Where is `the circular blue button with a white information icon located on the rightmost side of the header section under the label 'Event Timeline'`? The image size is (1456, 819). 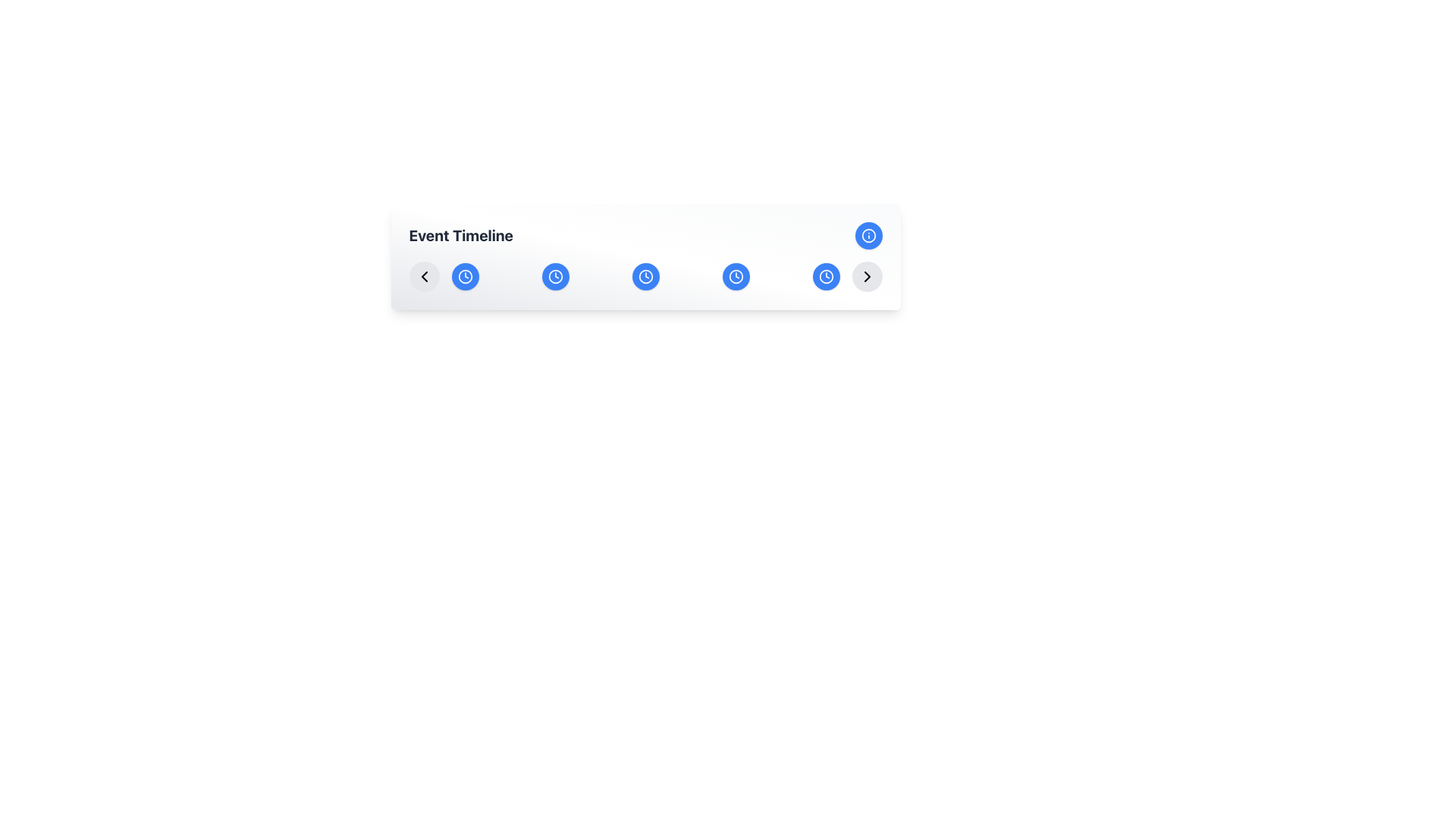 the circular blue button with a white information icon located on the rightmost side of the header section under the label 'Event Timeline' is located at coordinates (868, 236).